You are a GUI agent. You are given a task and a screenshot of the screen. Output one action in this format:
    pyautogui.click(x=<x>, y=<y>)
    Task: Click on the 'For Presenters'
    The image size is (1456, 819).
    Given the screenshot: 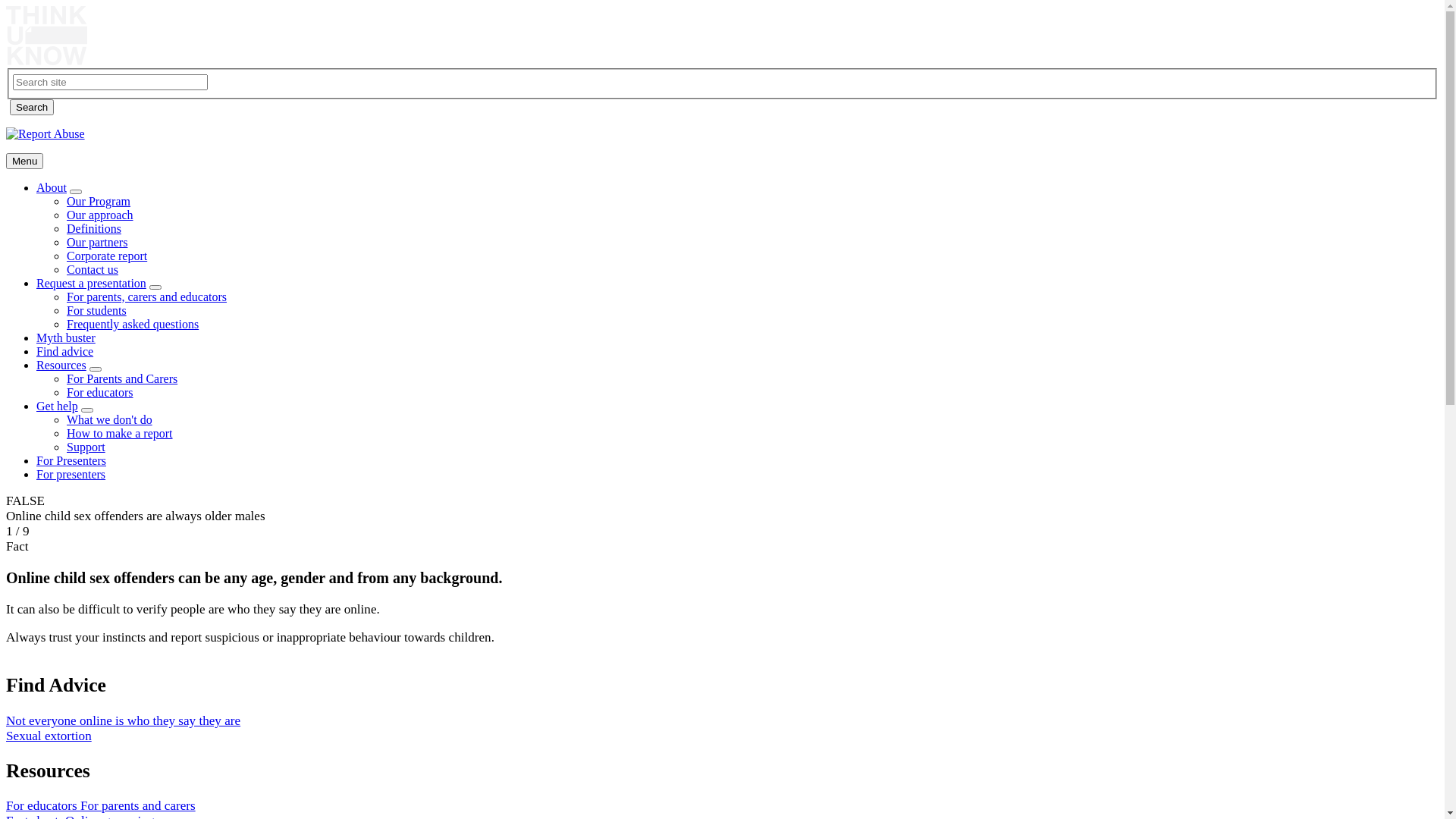 What is the action you would take?
    pyautogui.click(x=71, y=460)
    